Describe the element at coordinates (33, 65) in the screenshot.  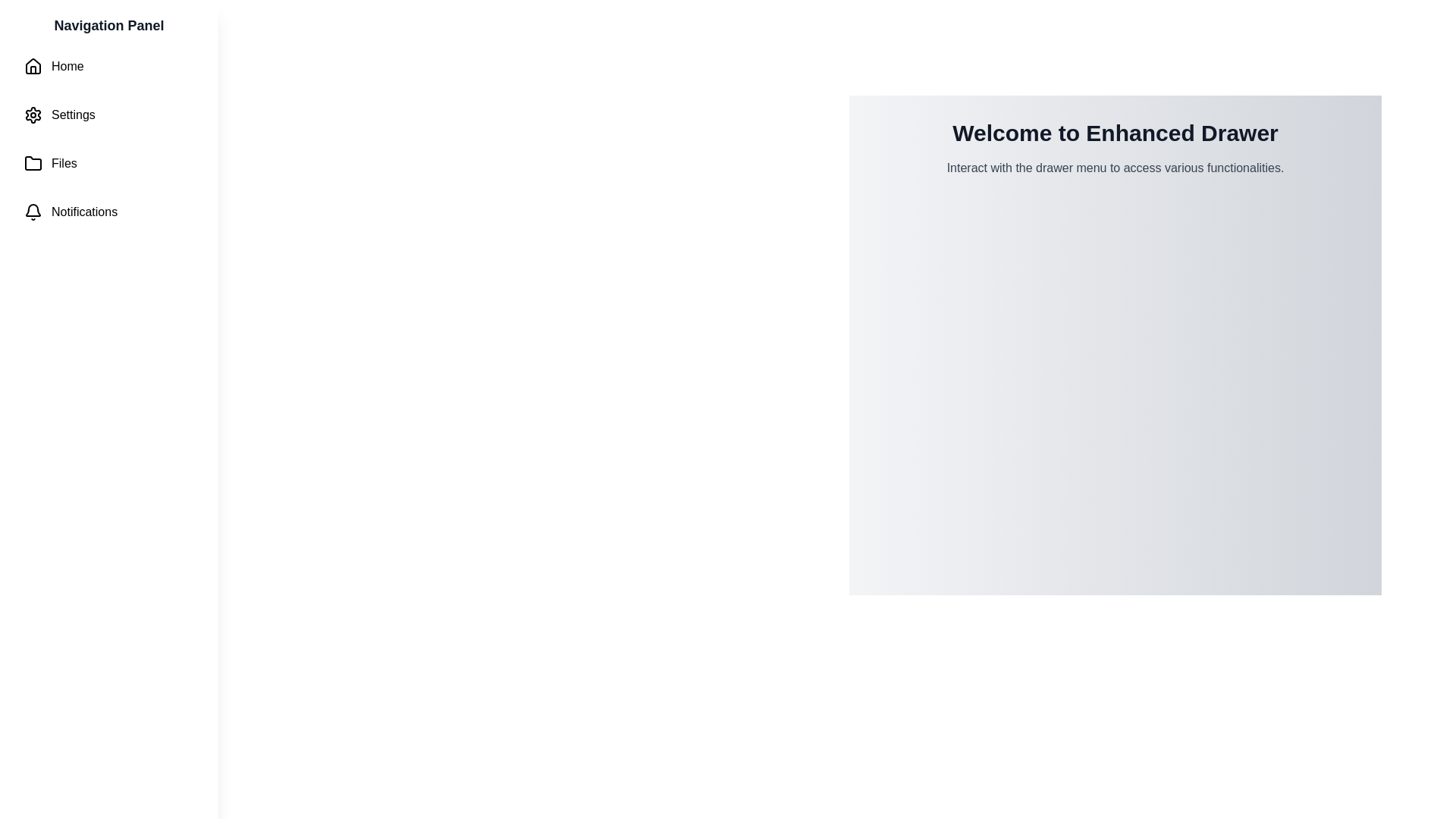
I see `the home icon located at the top of the left-side navigation panel` at that location.